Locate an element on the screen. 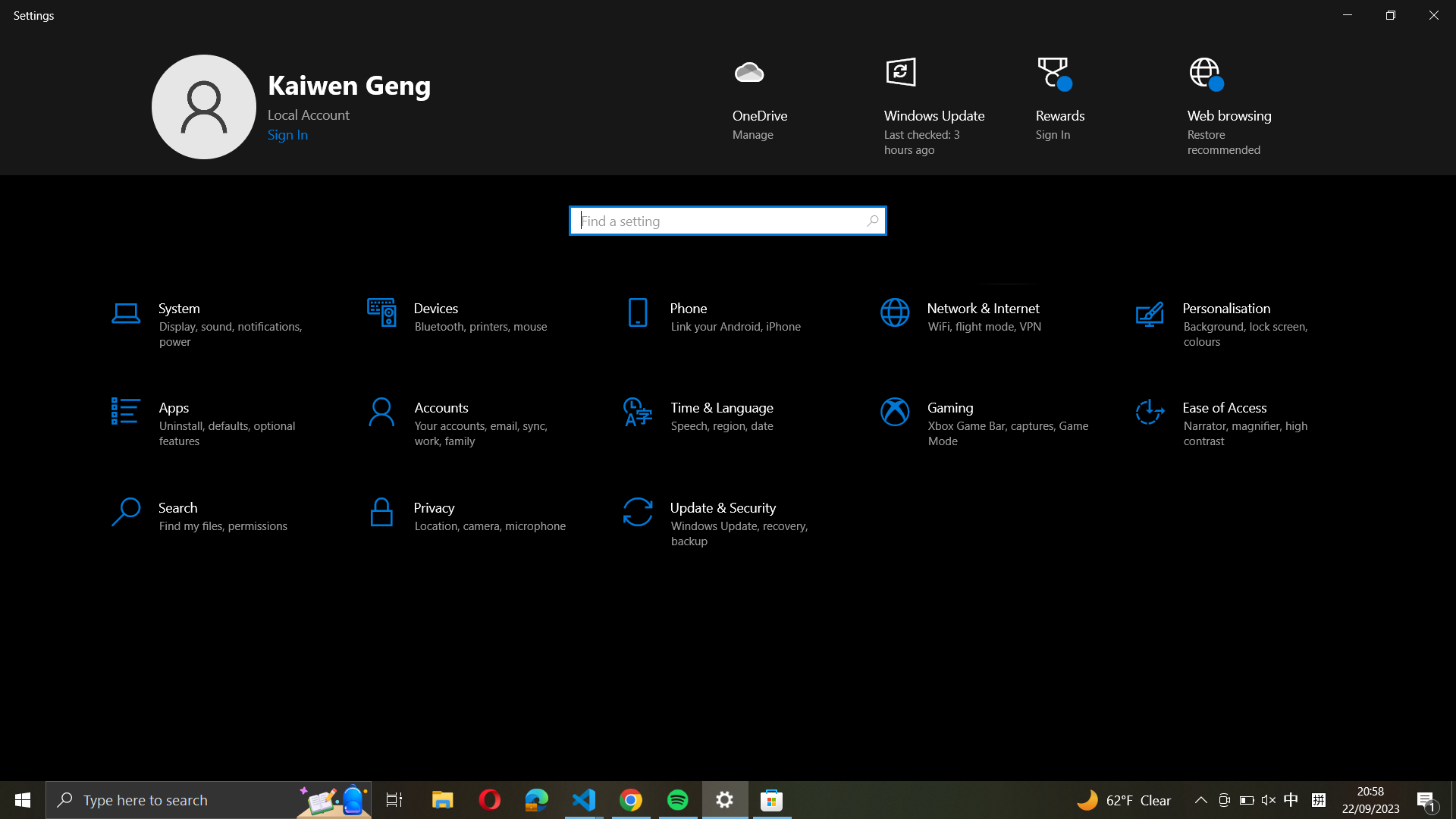 Image resolution: width=1456 pixels, height=819 pixels. Use the "Rewards" button is located at coordinates (1066, 106).